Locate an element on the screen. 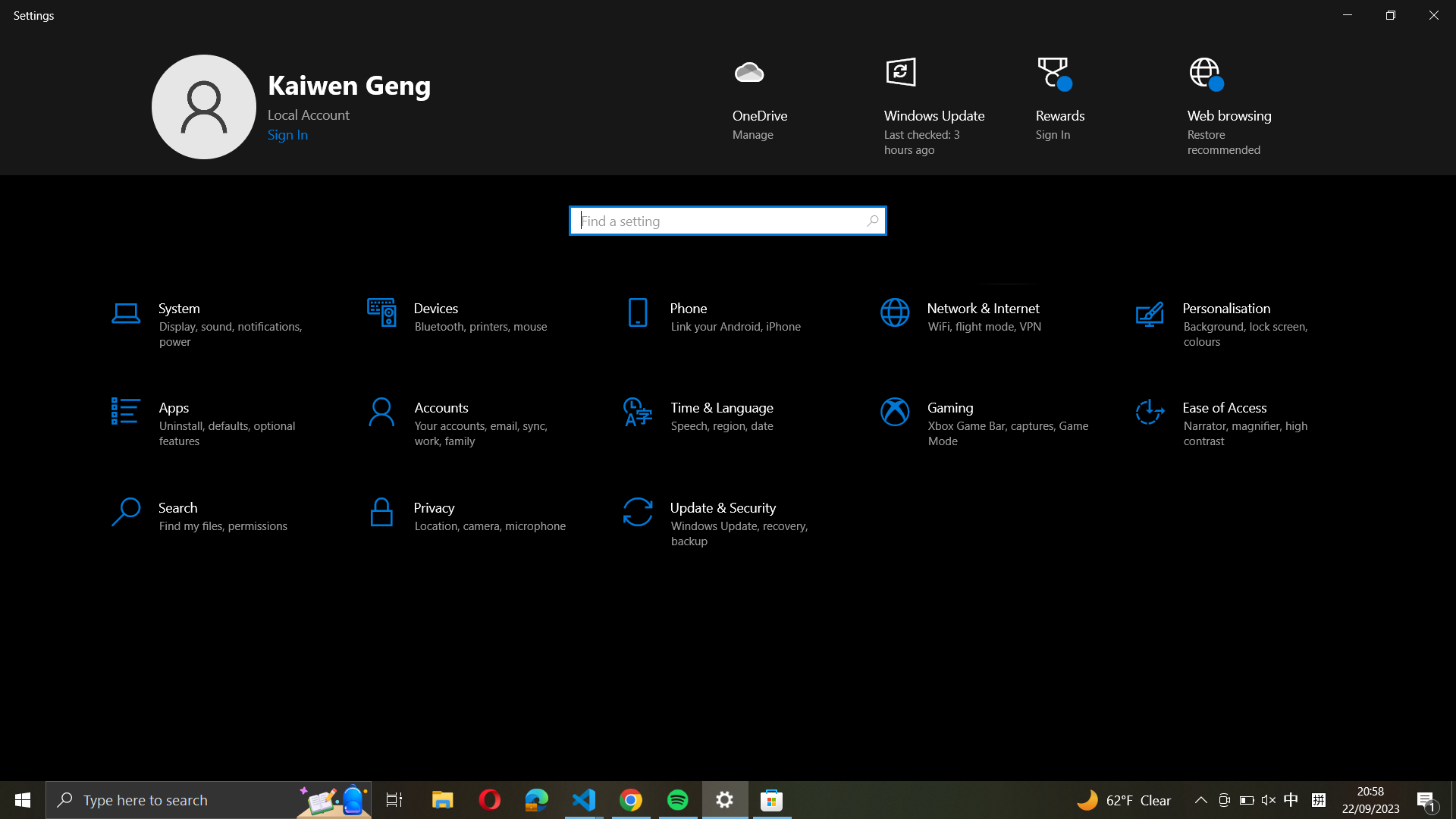 Image resolution: width=1456 pixels, height=819 pixels. Use the "Rewards" button is located at coordinates (1066, 106).